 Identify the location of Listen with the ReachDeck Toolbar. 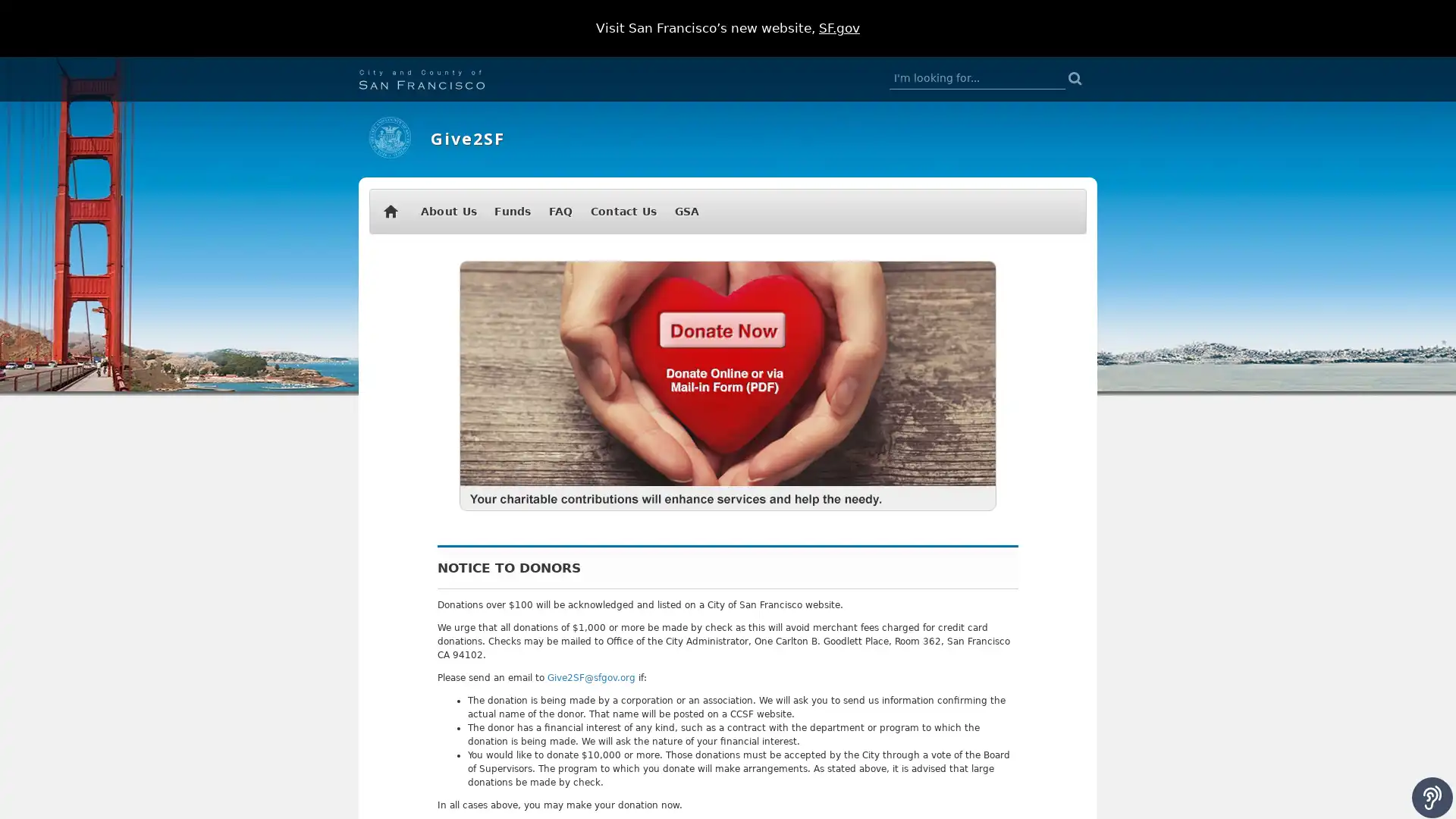
(1432, 797).